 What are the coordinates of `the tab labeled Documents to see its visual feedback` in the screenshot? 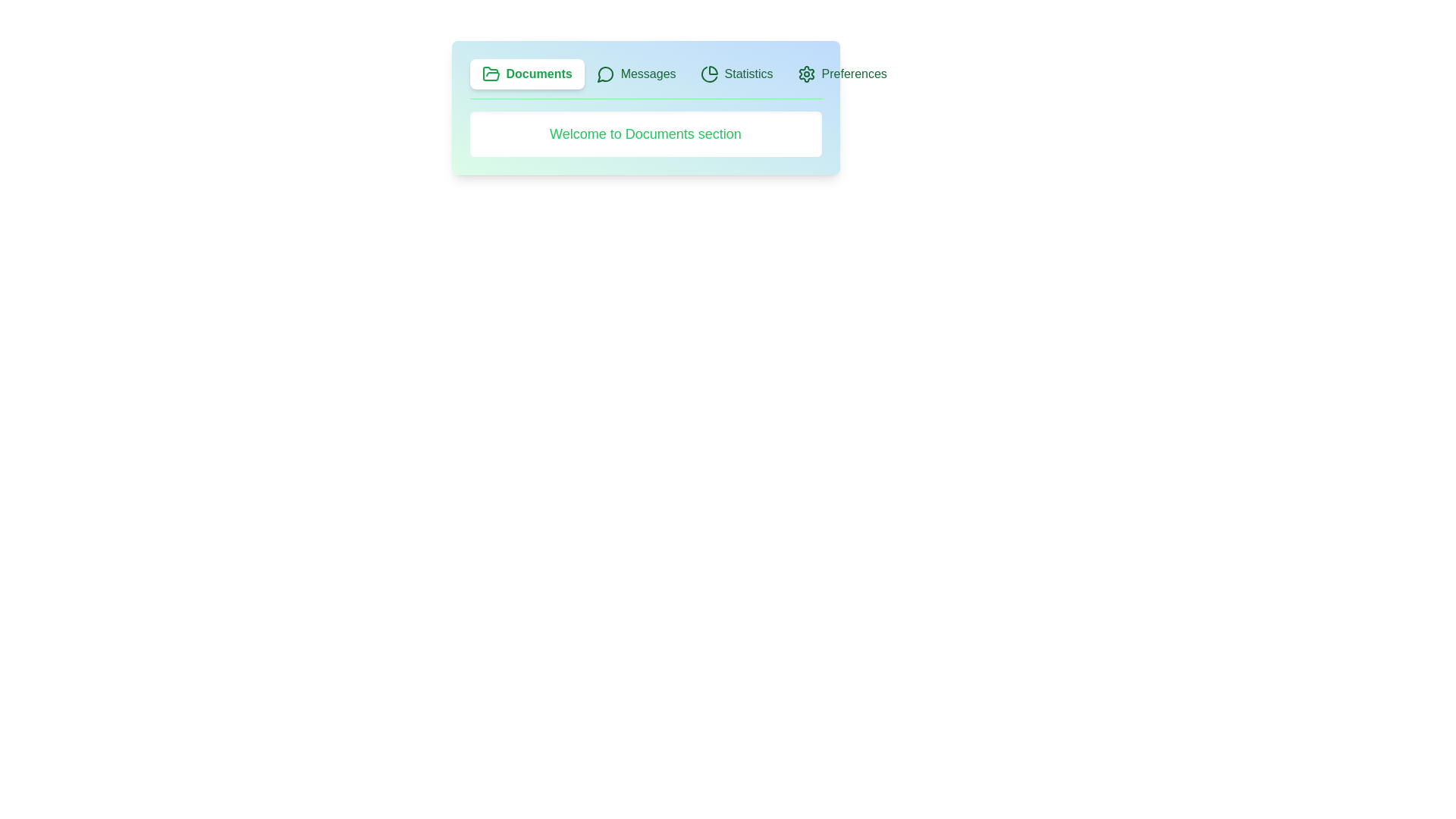 It's located at (527, 74).